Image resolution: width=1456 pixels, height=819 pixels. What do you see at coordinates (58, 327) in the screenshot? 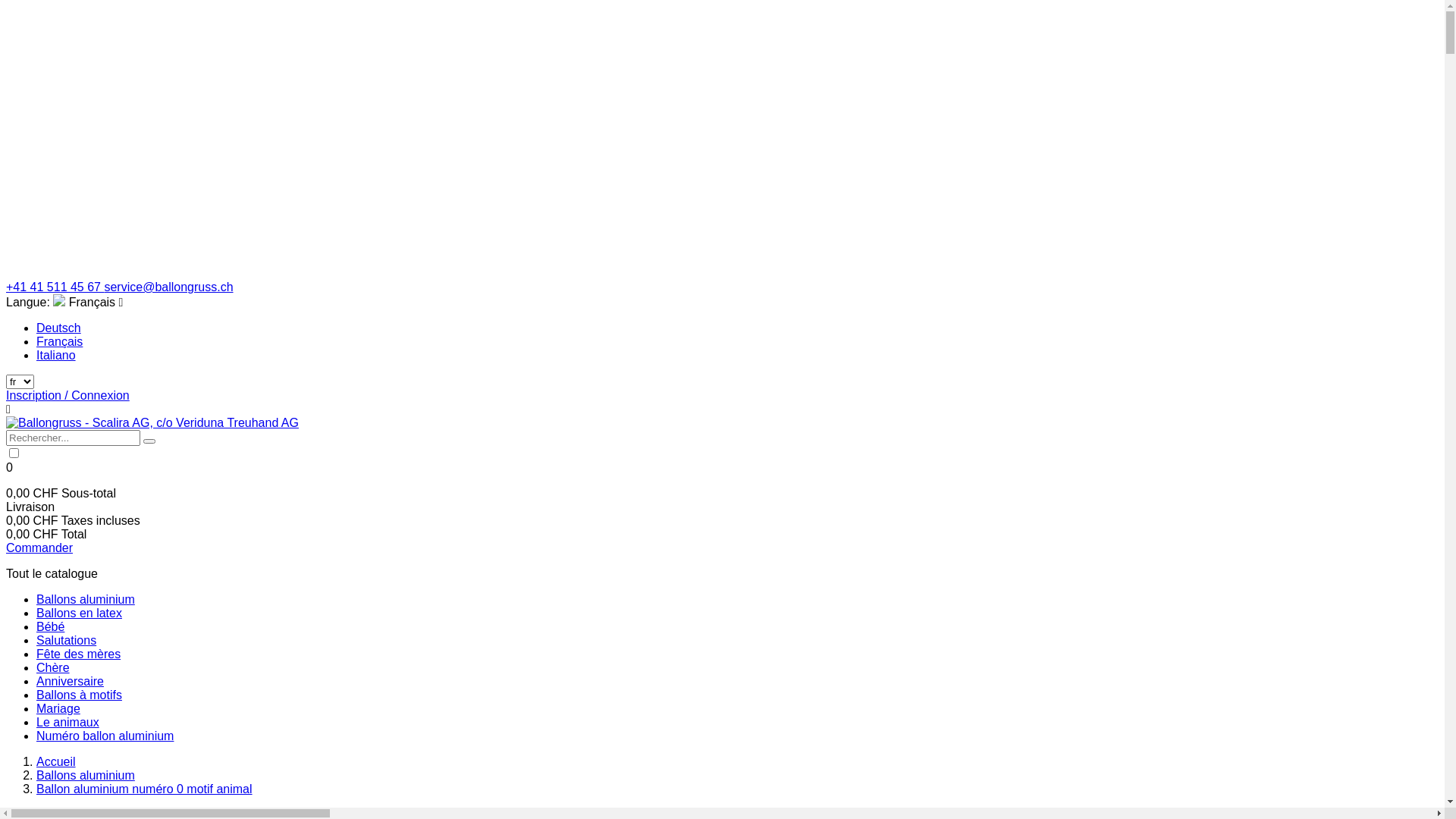
I see `'Deutsch'` at bounding box center [58, 327].